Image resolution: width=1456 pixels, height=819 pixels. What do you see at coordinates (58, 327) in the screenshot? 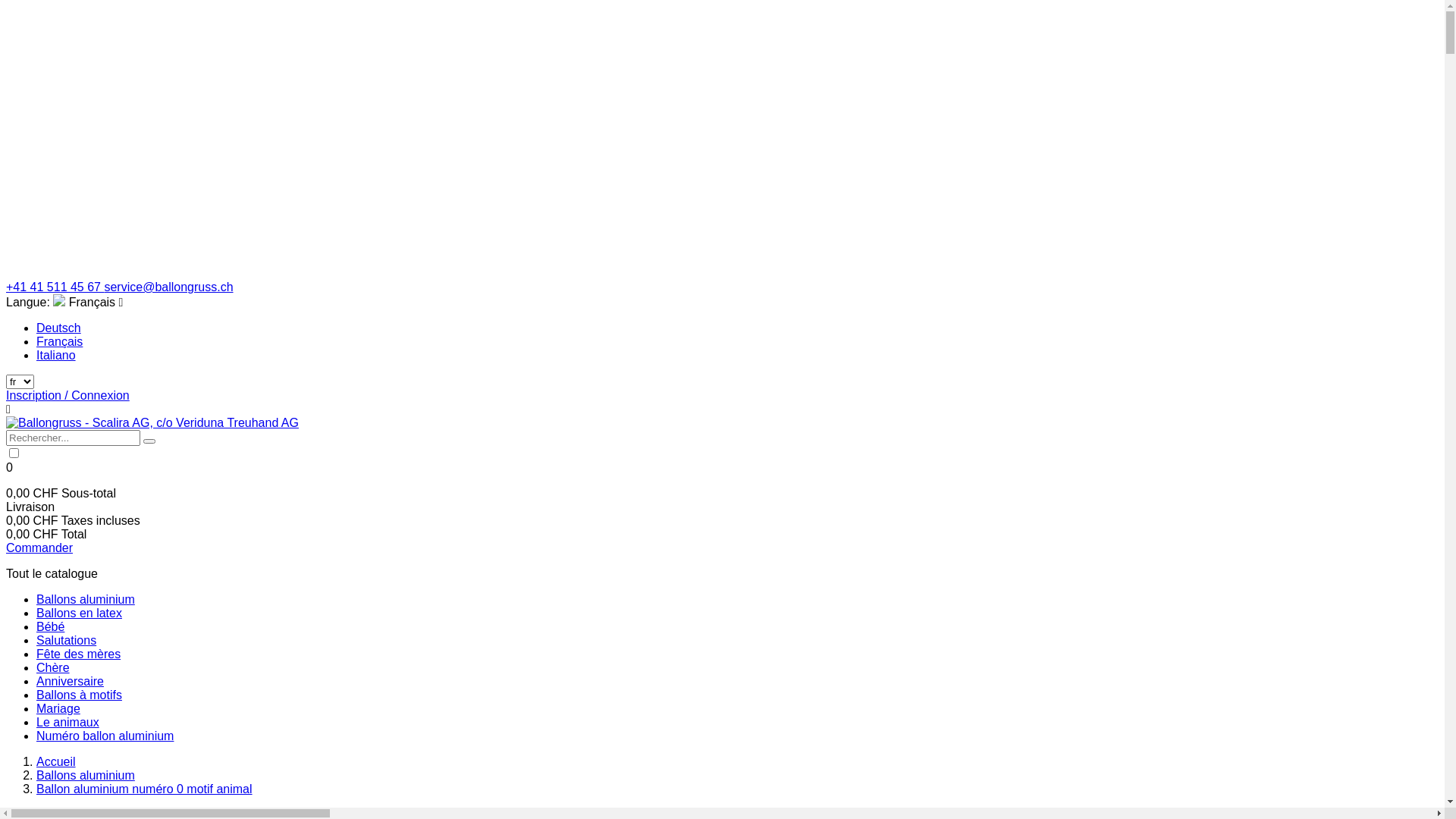
I see `'Deutsch'` at bounding box center [58, 327].